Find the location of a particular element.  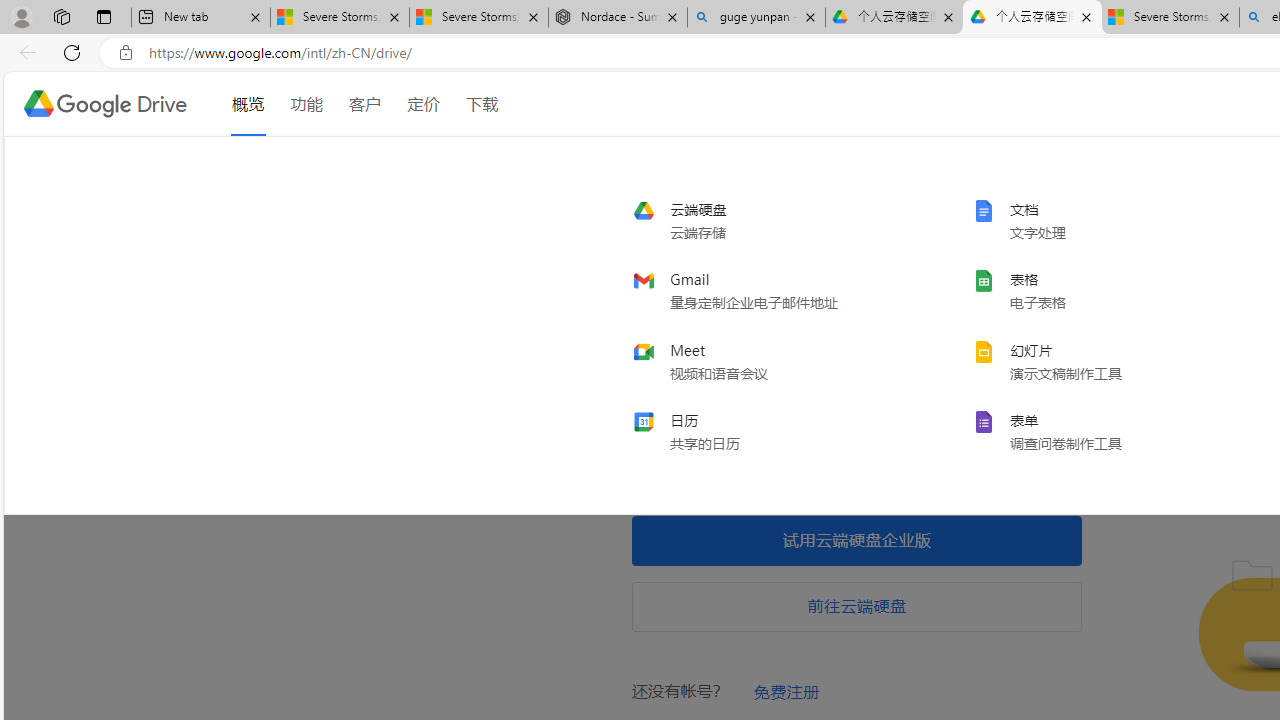

'forms' is located at coordinates (1104, 430).